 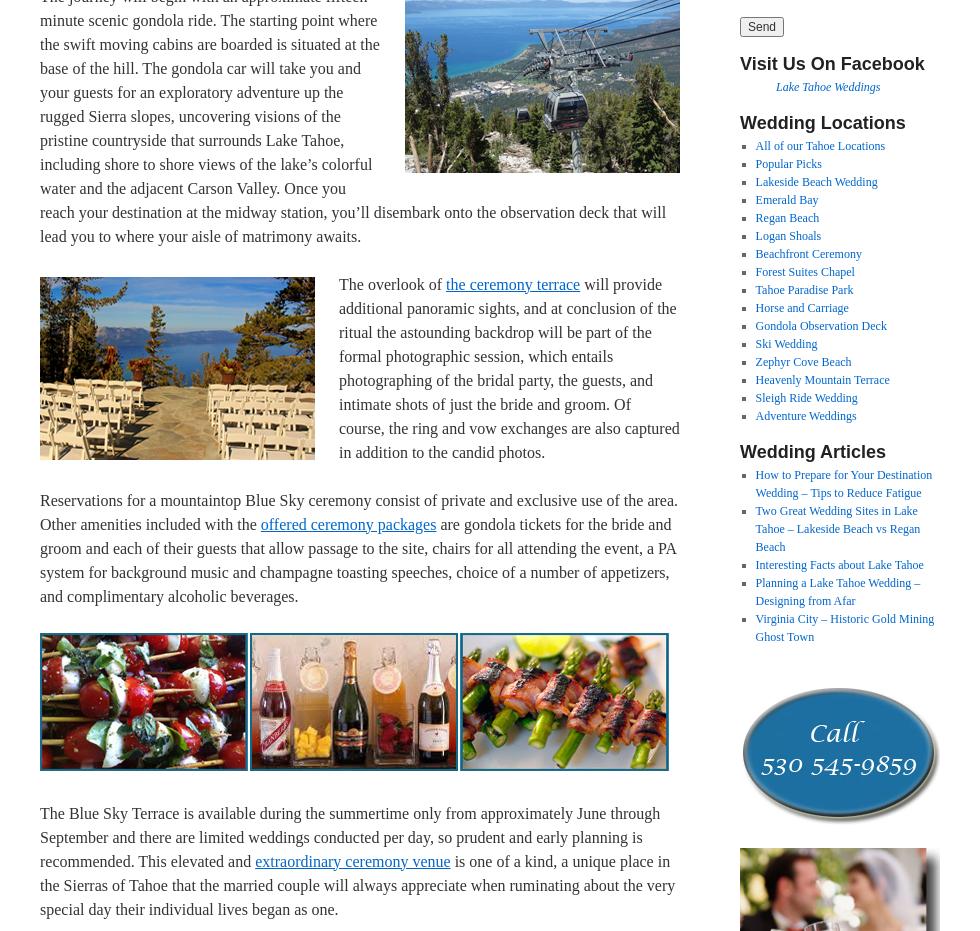 I want to click on 'are gondola tickets for the bride and groom and each of their guests that allow passage to the site, chairs for all attending the event, a PA system for background music and champagne toasting speeches, choice of a number of appetizers, and complimentary alcoholic beverages.', so click(x=357, y=558).